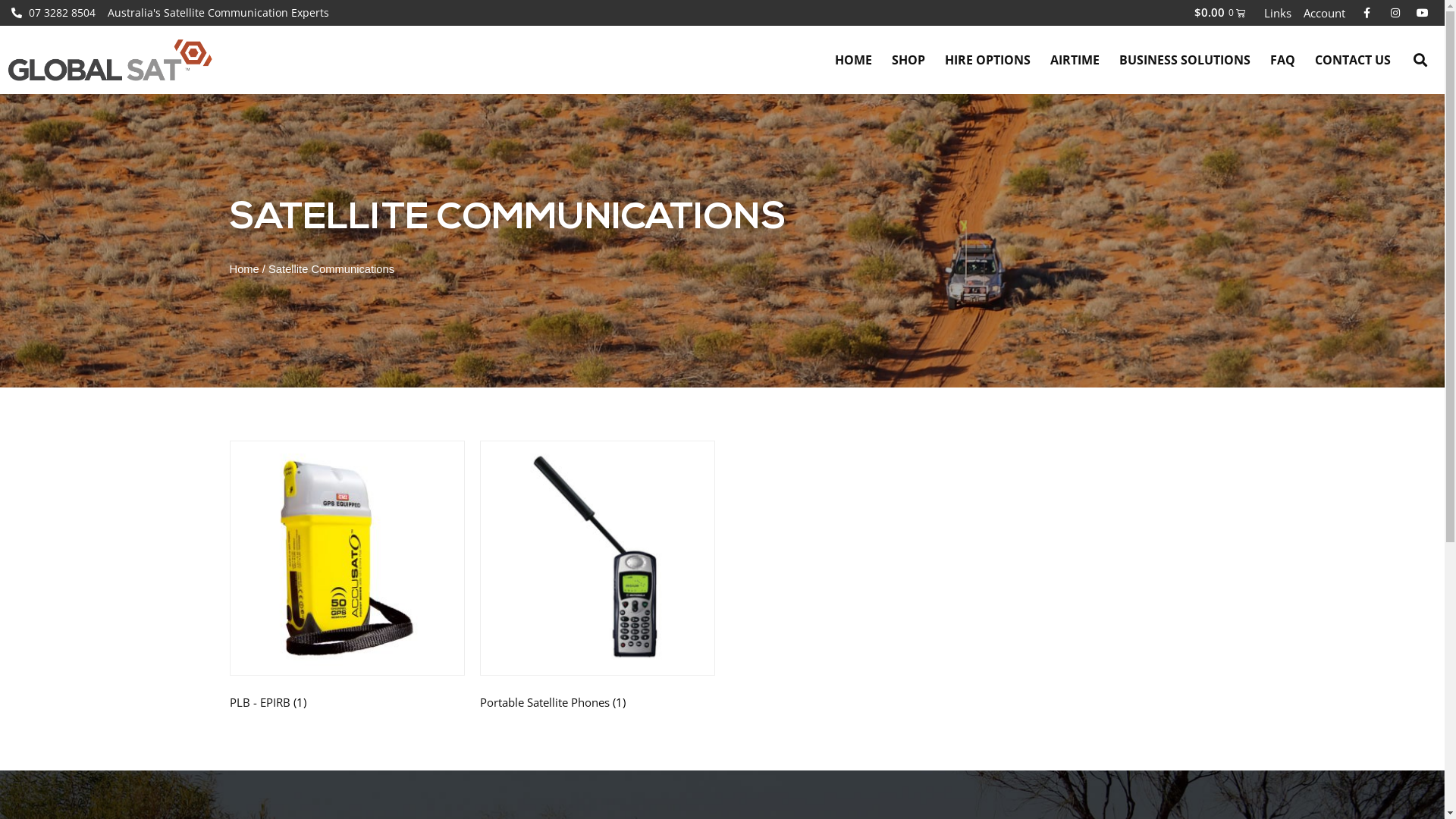 This screenshot has height=819, width=1456. Describe the element at coordinates (1184, 58) in the screenshot. I see `'BUSINESS SOLUTIONS'` at that location.